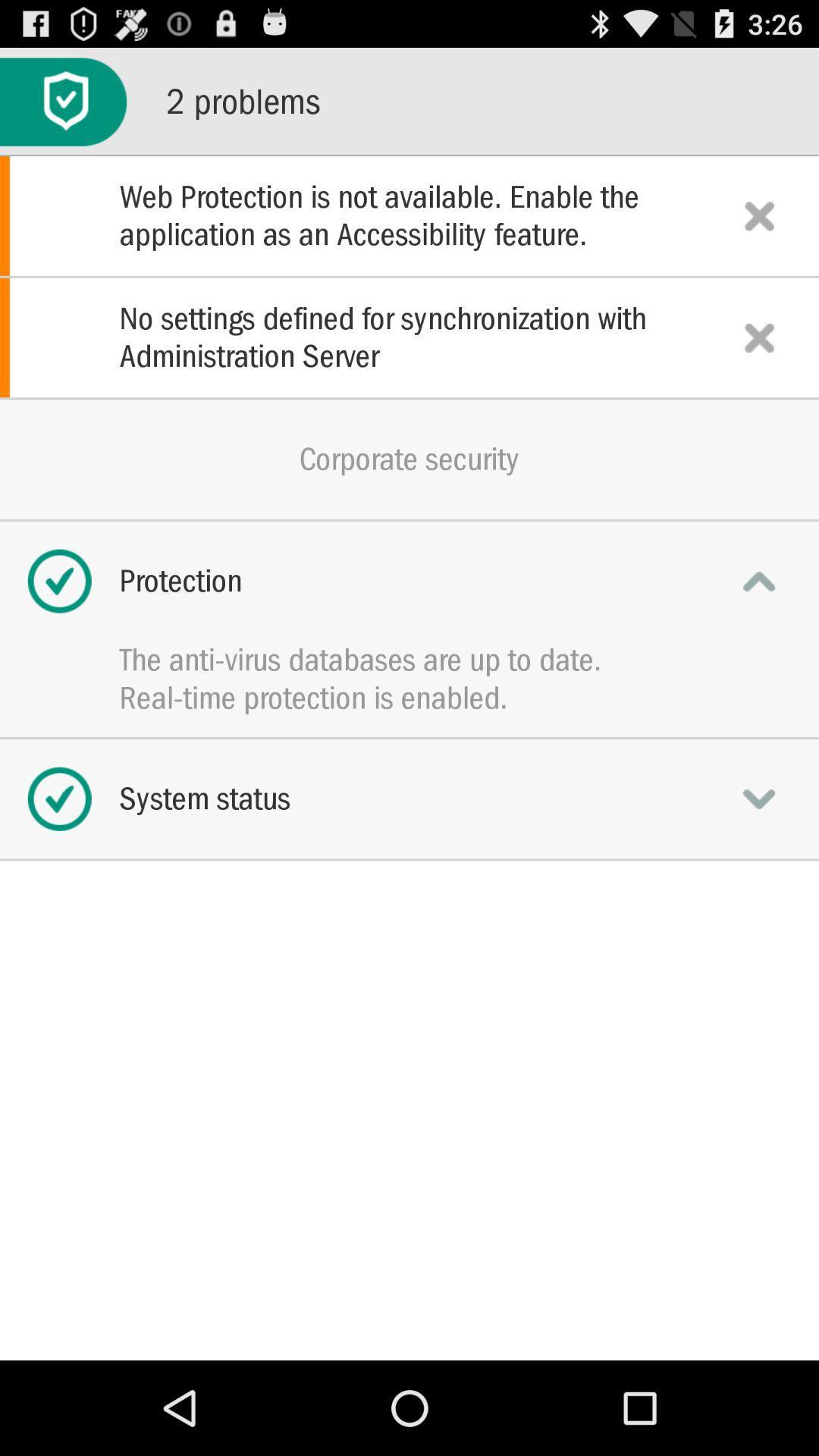 This screenshot has height=1456, width=819. What do you see at coordinates (759, 580) in the screenshot?
I see `minimize the protection dropdown` at bounding box center [759, 580].